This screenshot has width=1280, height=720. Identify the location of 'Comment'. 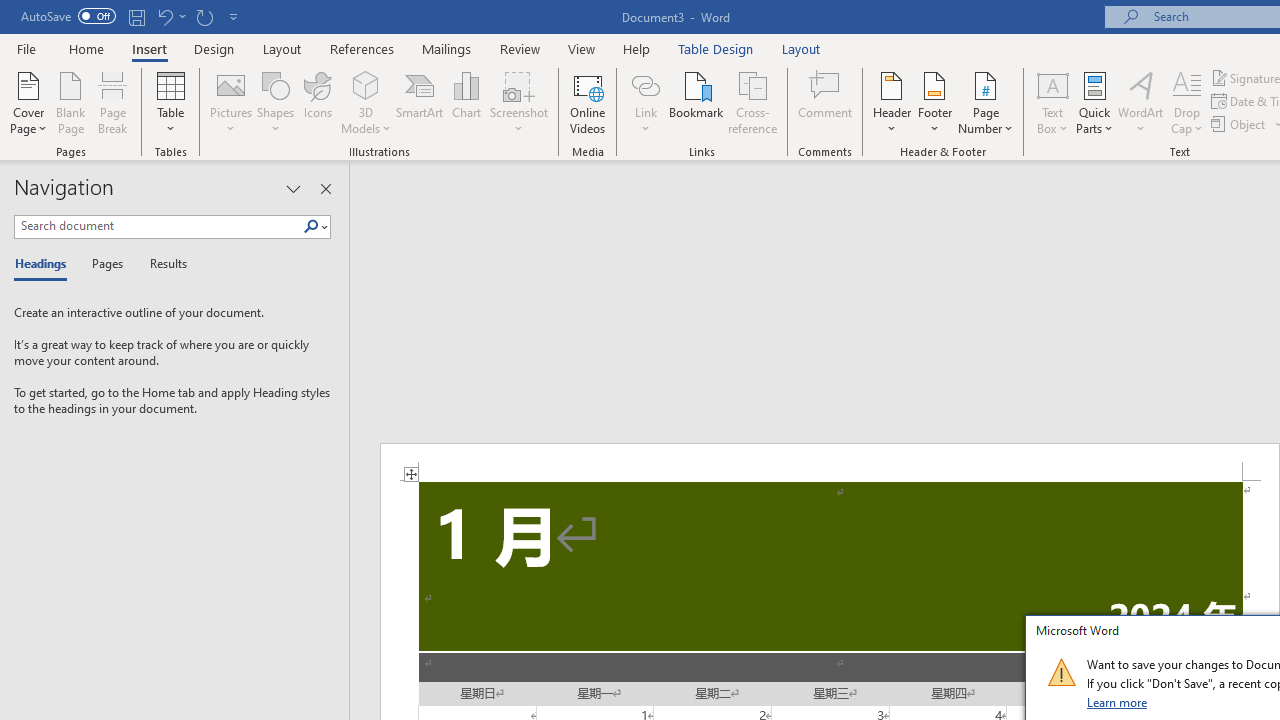
(825, 103).